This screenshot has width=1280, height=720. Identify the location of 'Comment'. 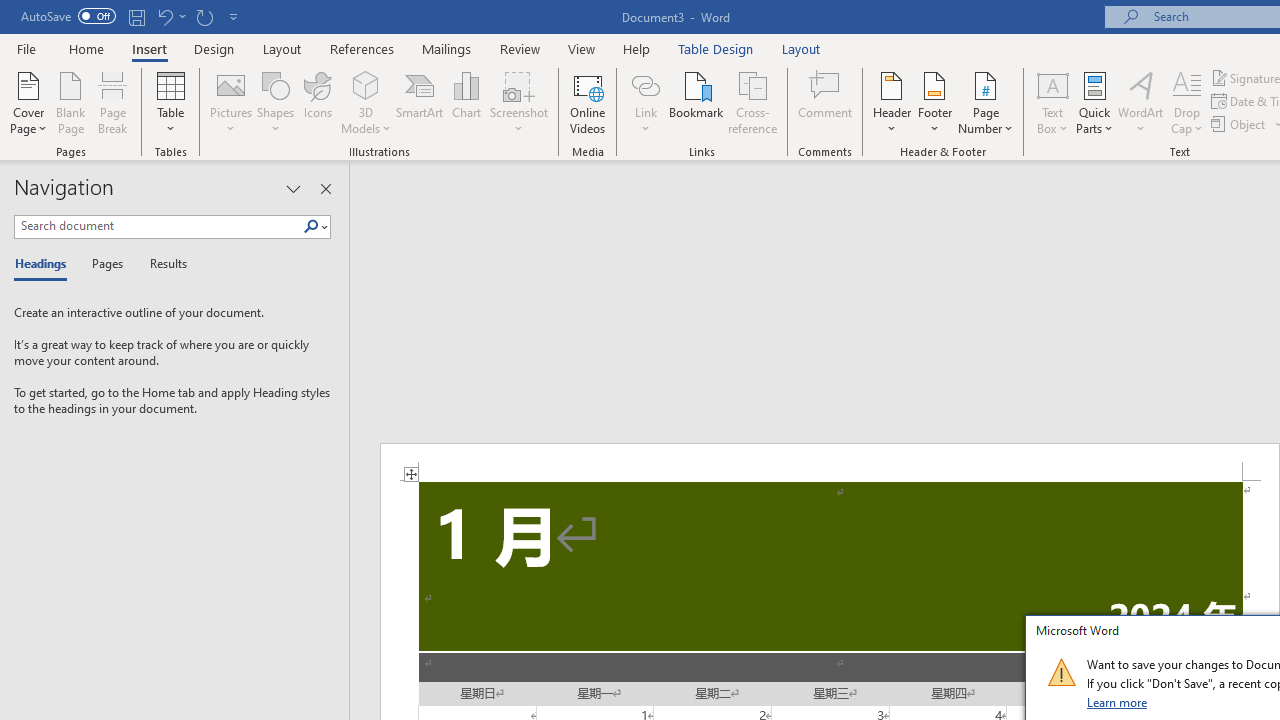
(825, 103).